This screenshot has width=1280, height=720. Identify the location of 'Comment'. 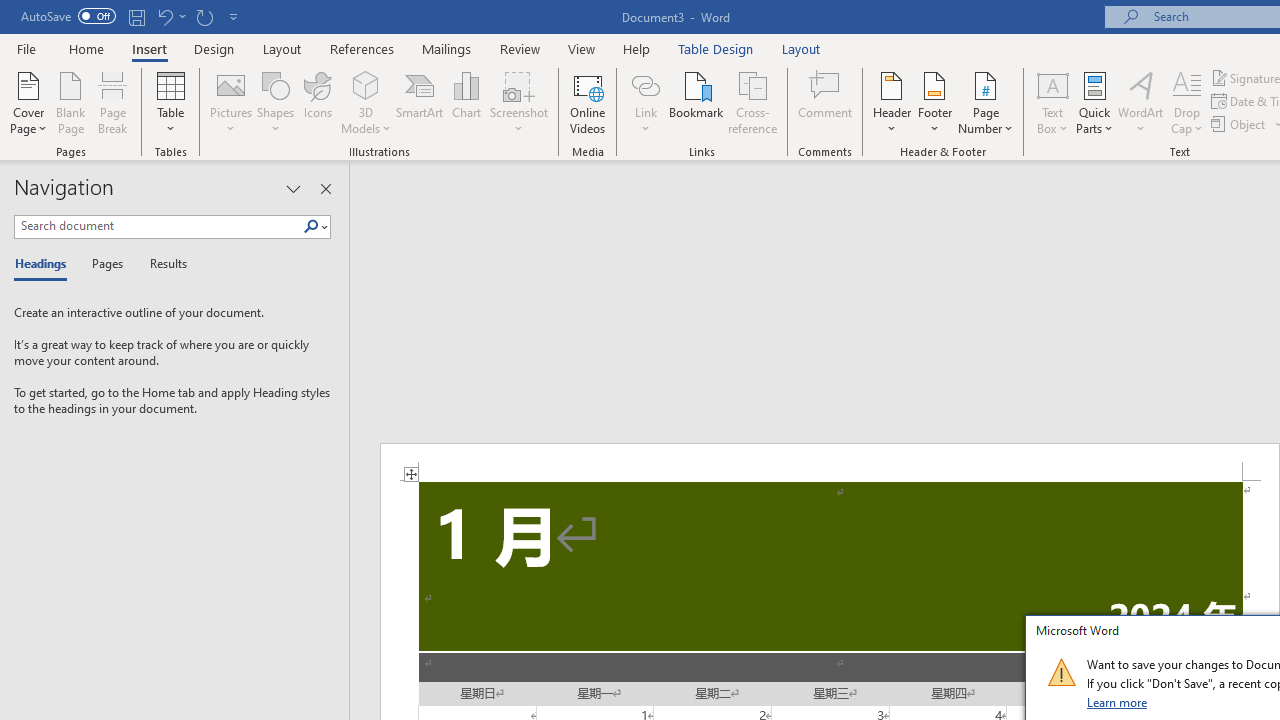
(825, 103).